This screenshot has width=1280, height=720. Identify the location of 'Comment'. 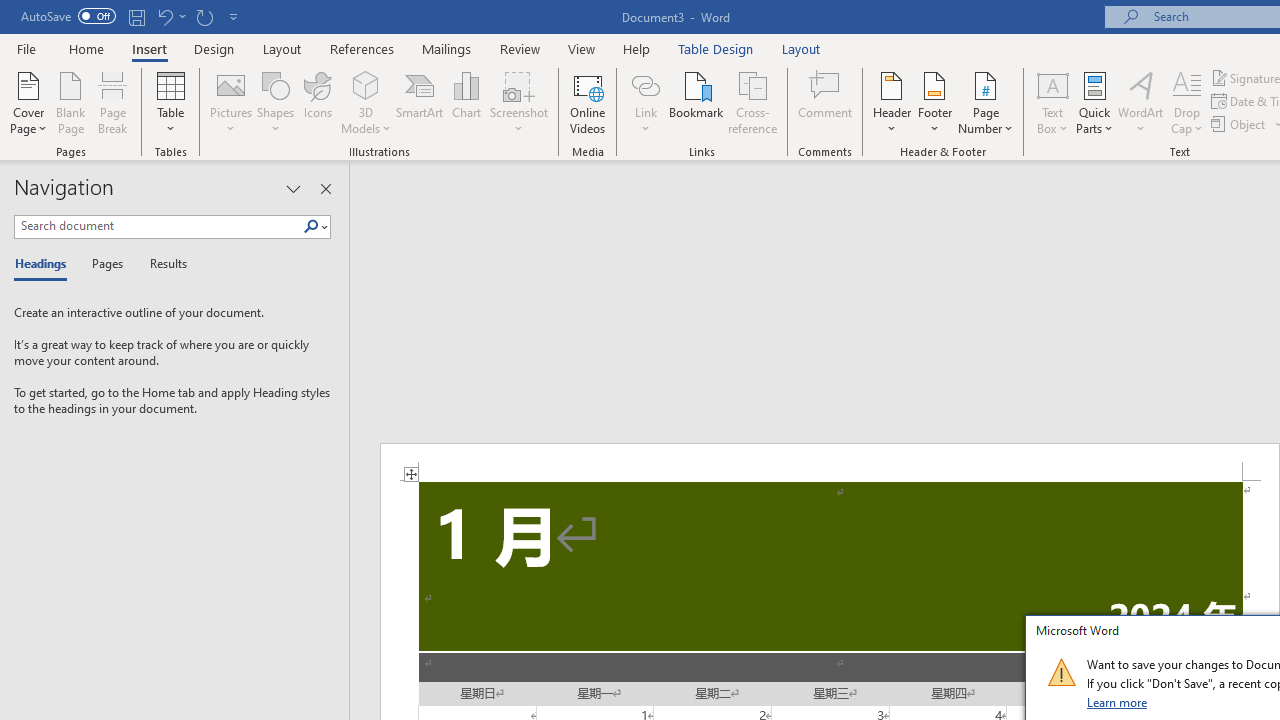
(825, 103).